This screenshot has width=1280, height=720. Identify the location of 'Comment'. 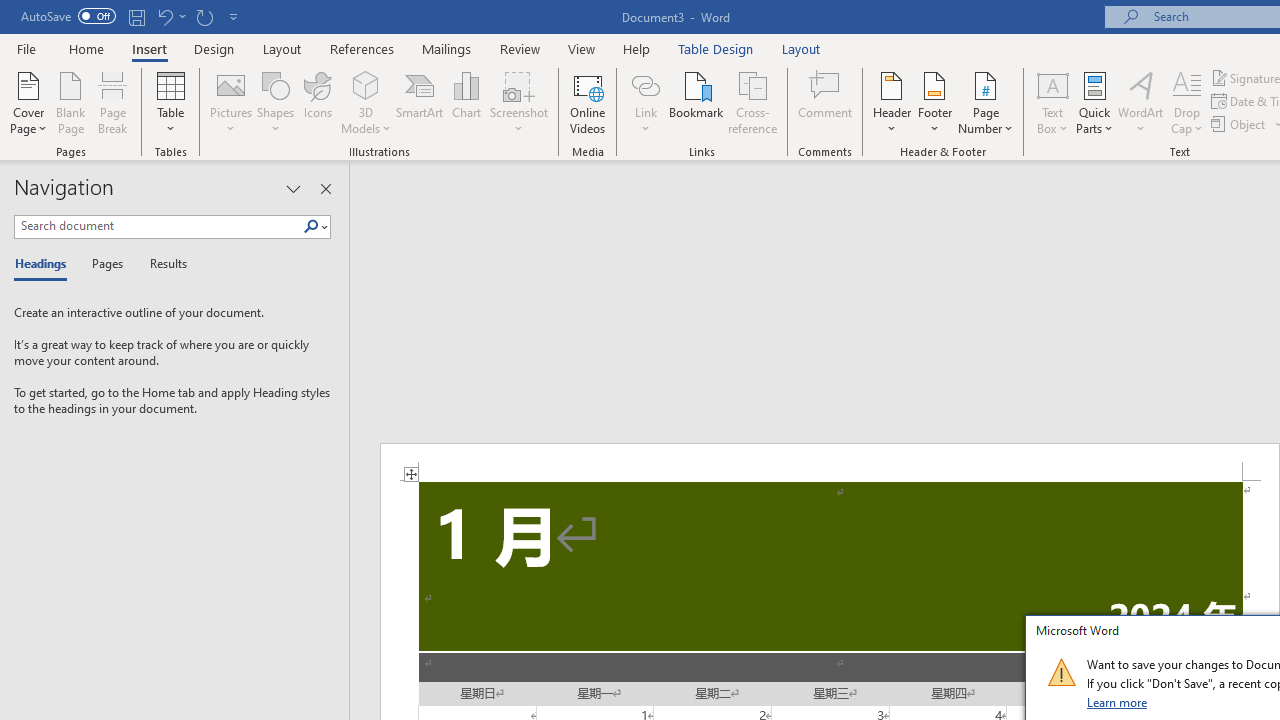
(825, 103).